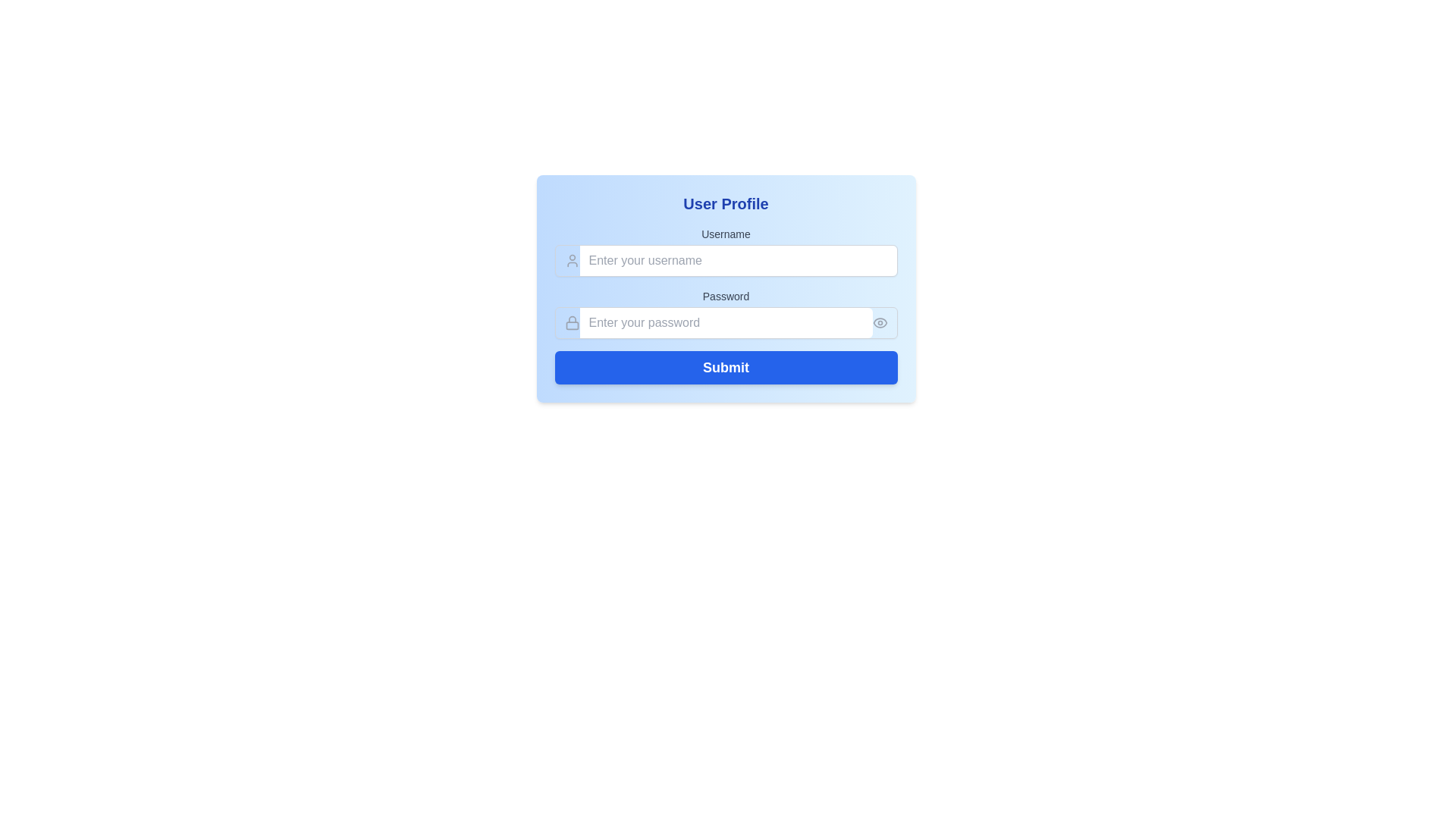  I want to click on the password input field labeled 'Password' to focus on it, so click(725, 312).